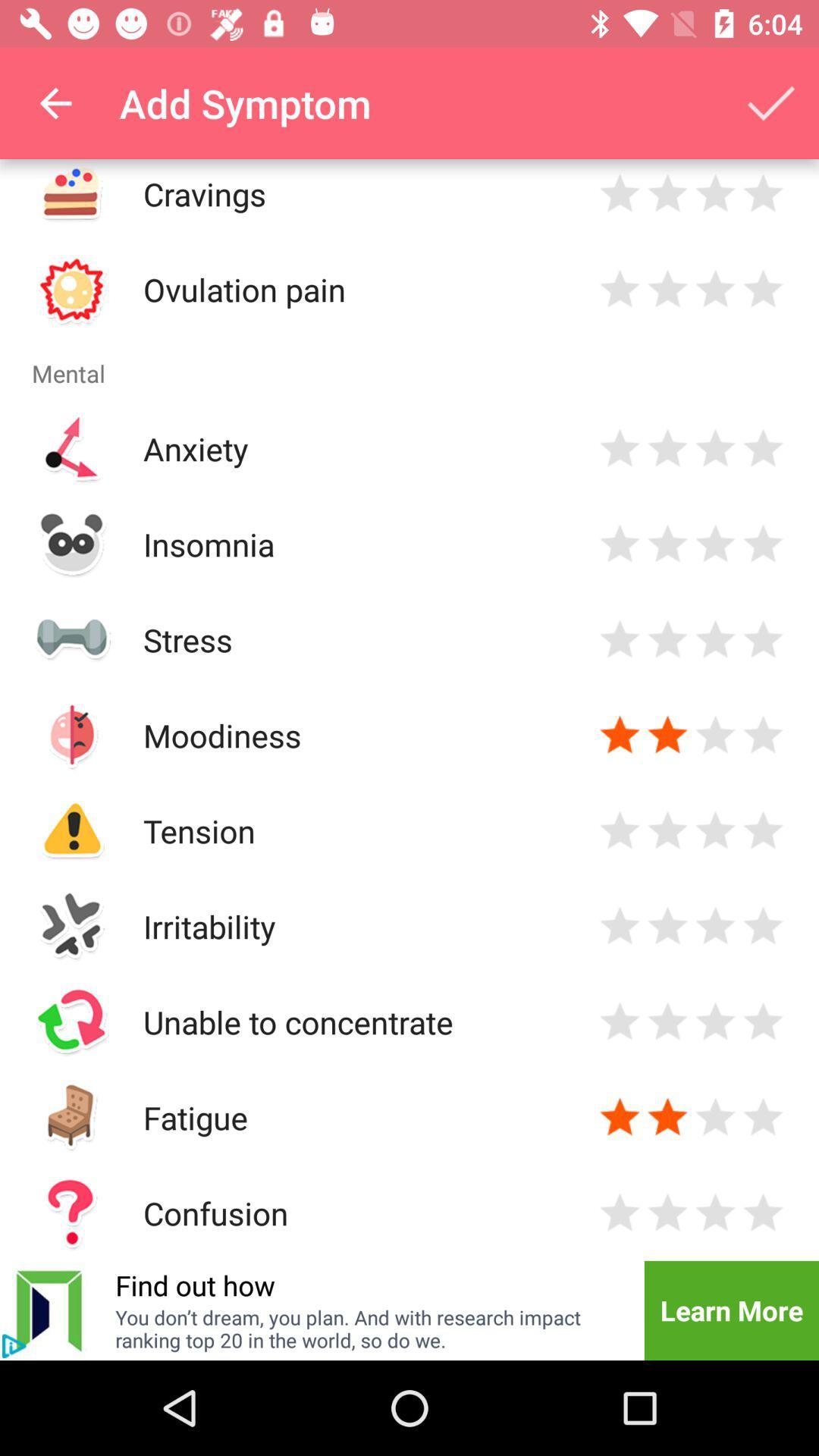  Describe the element at coordinates (763, 193) in the screenshot. I see `4 star rating` at that location.